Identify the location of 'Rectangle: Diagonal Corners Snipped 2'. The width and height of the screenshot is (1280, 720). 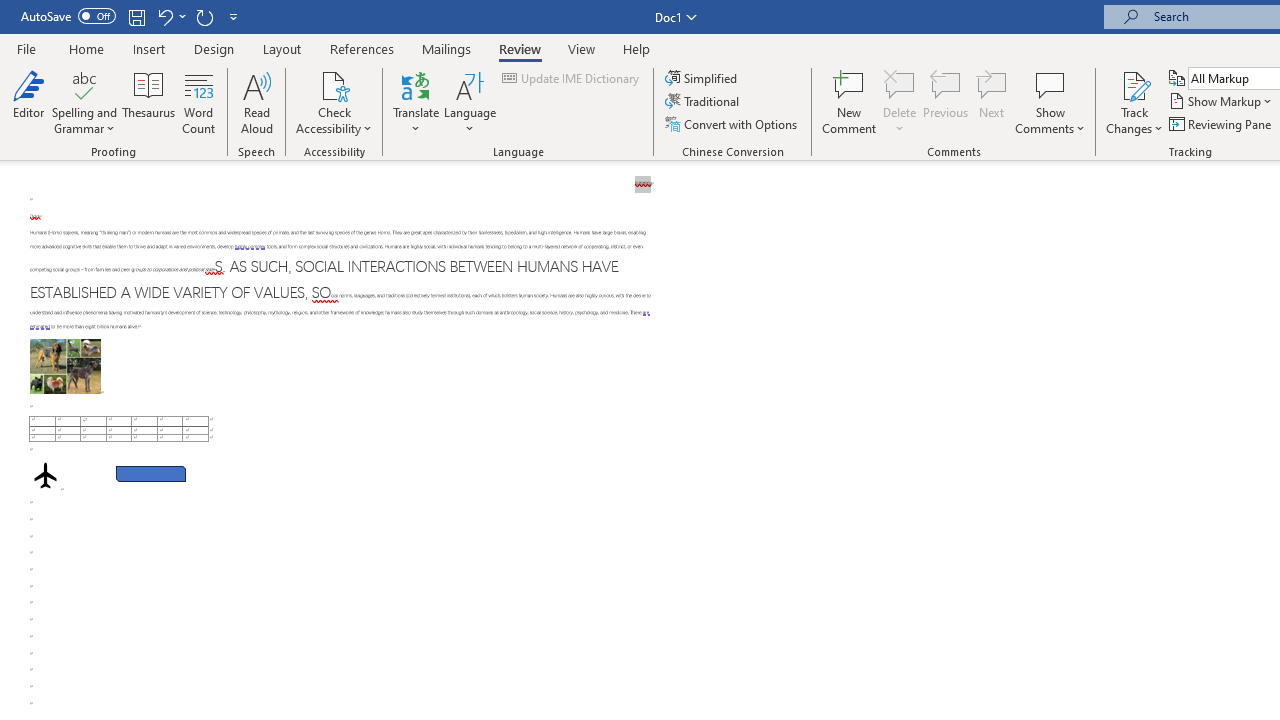
(150, 473).